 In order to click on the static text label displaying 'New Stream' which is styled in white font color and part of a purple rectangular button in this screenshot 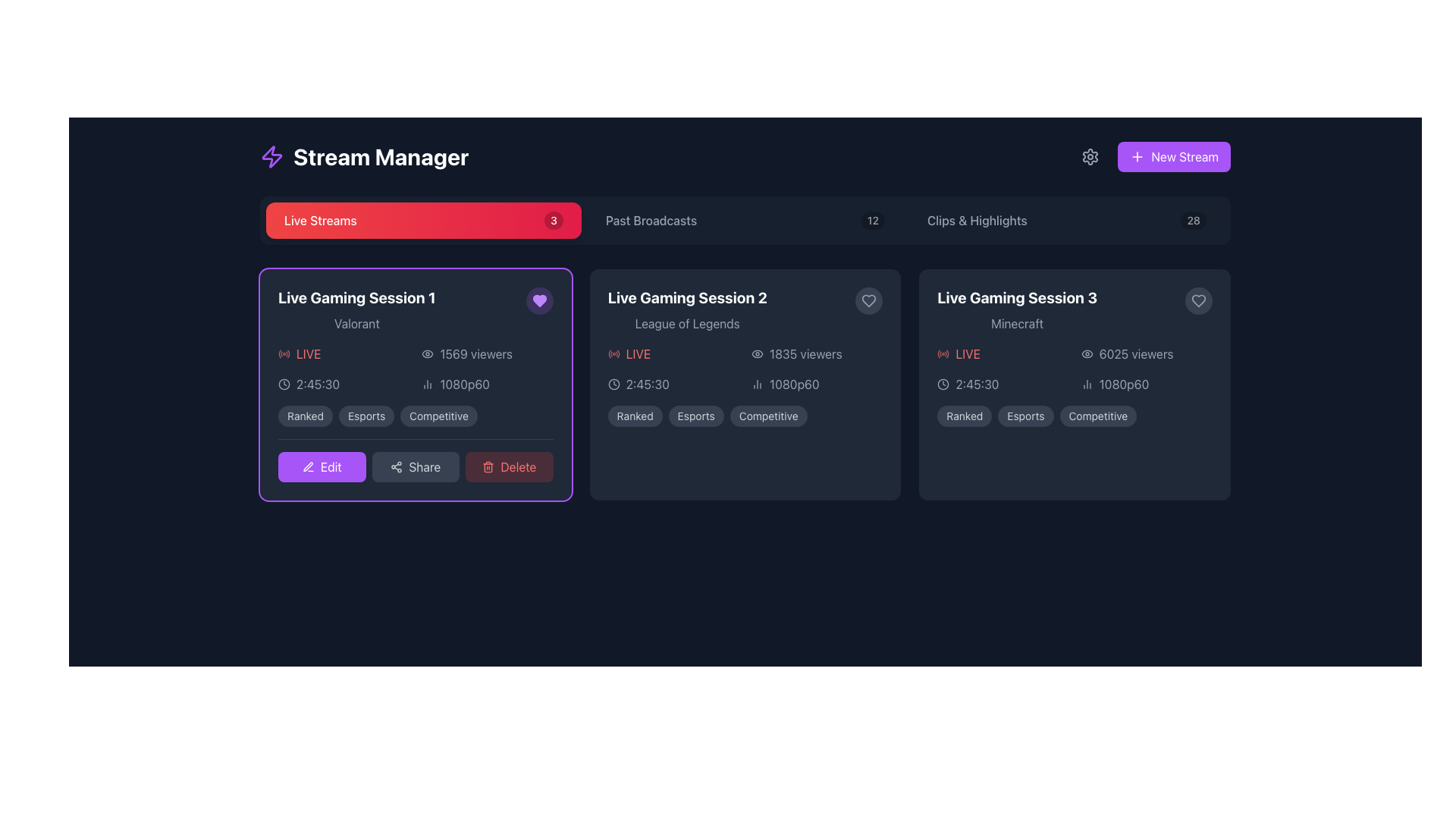, I will do `click(1184, 157)`.